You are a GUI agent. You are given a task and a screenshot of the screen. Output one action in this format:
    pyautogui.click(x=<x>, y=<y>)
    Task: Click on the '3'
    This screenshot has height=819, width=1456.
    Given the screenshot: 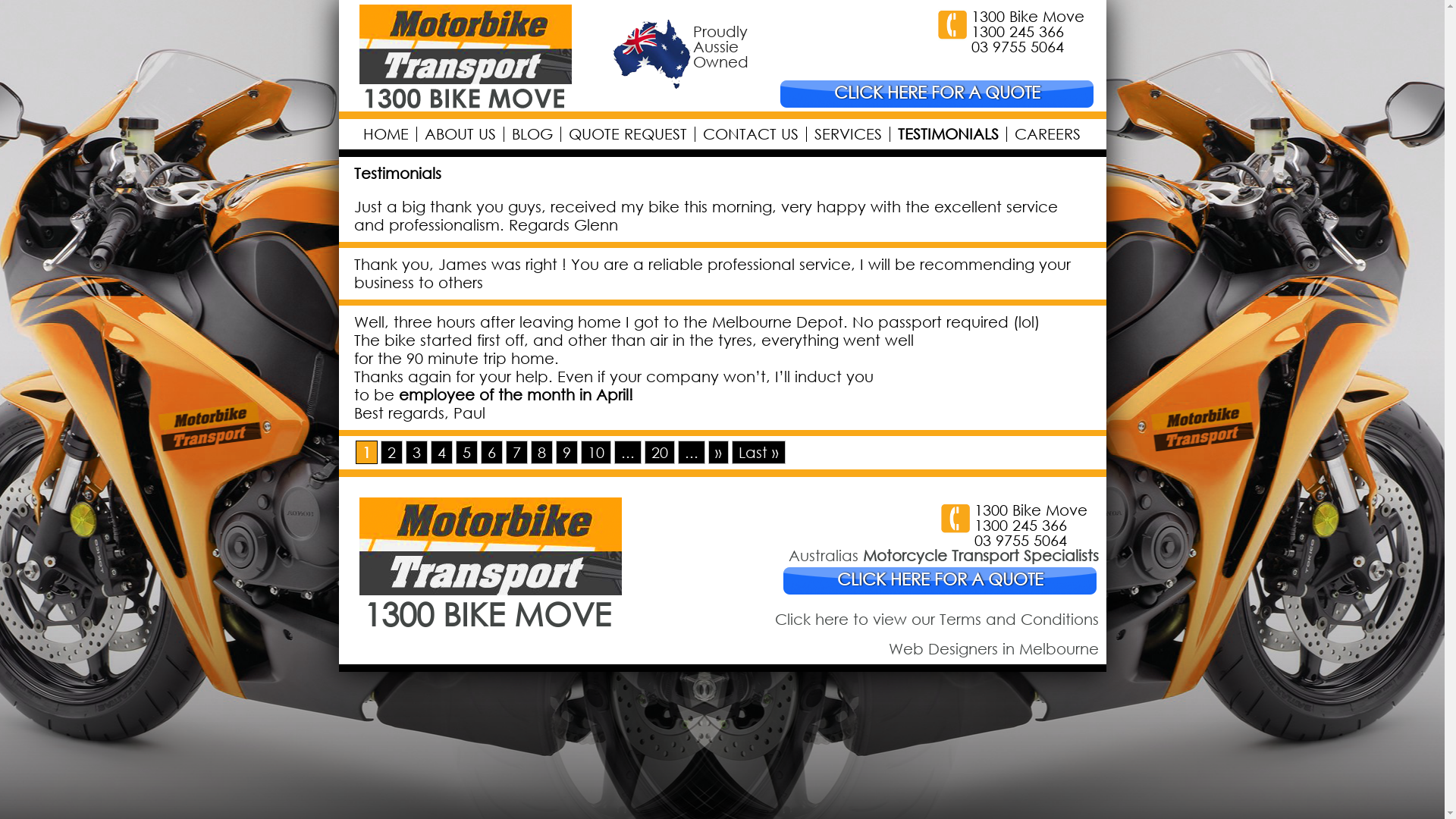 What is the action you would take?
    pyautogui.click(x=416, y=451)
    